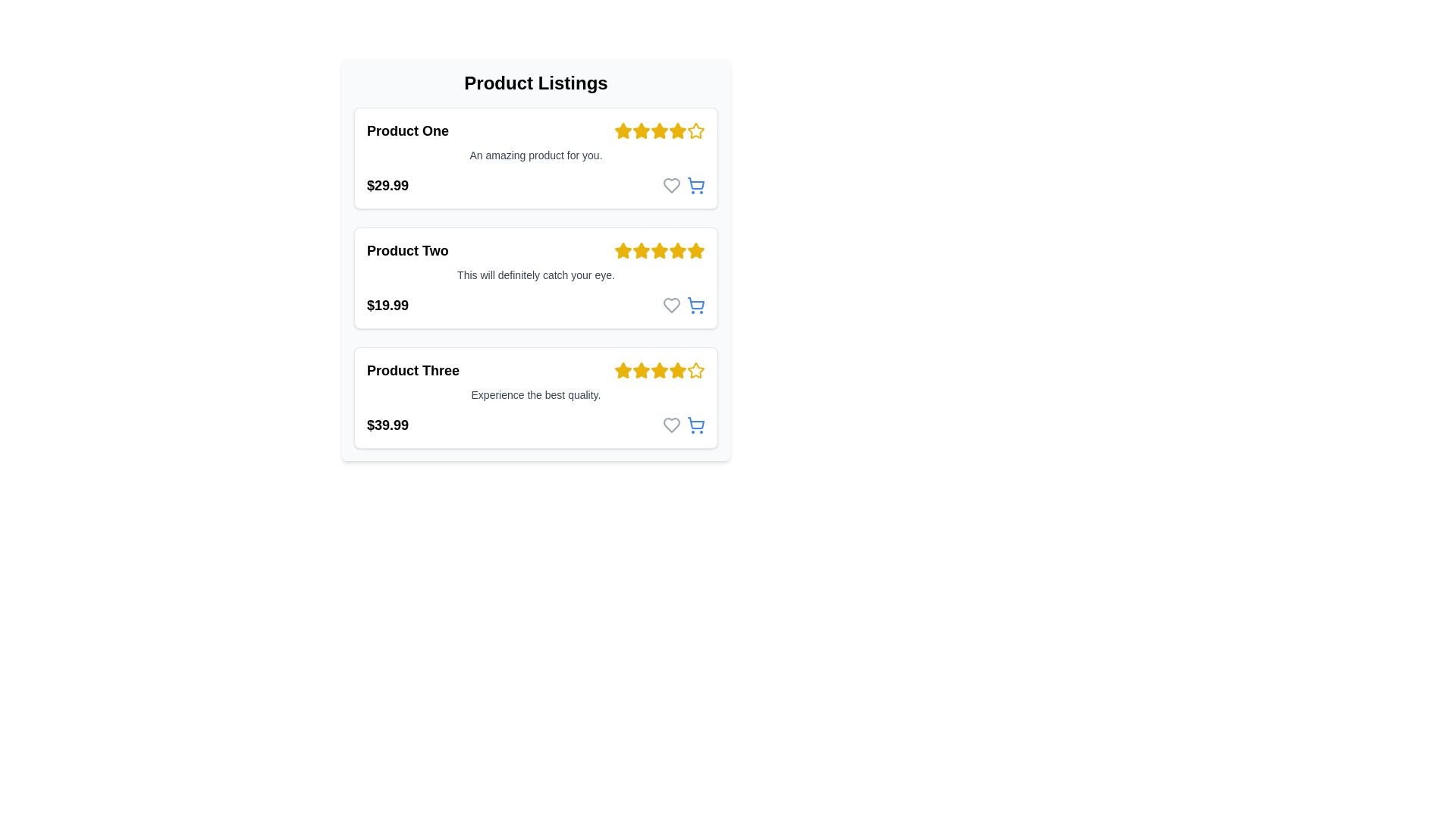 This screenshot has height=819, width=1456. Describe the element at coordinates (695, 371) in the screenshot. I see `the fifth star icon in the rating system for 'Product Three' to engage or alter the rating` at that location.